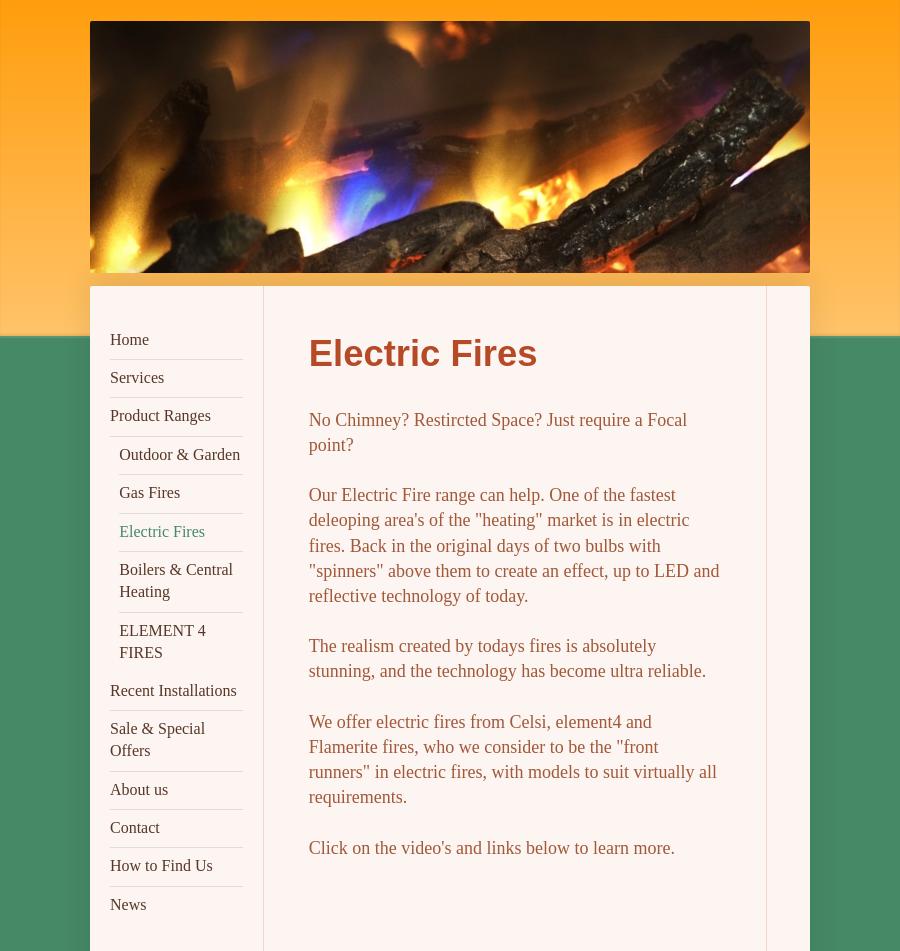  Describe the element at coordinates (129, 338) in the screenshot. I see `'Home'` at that location.